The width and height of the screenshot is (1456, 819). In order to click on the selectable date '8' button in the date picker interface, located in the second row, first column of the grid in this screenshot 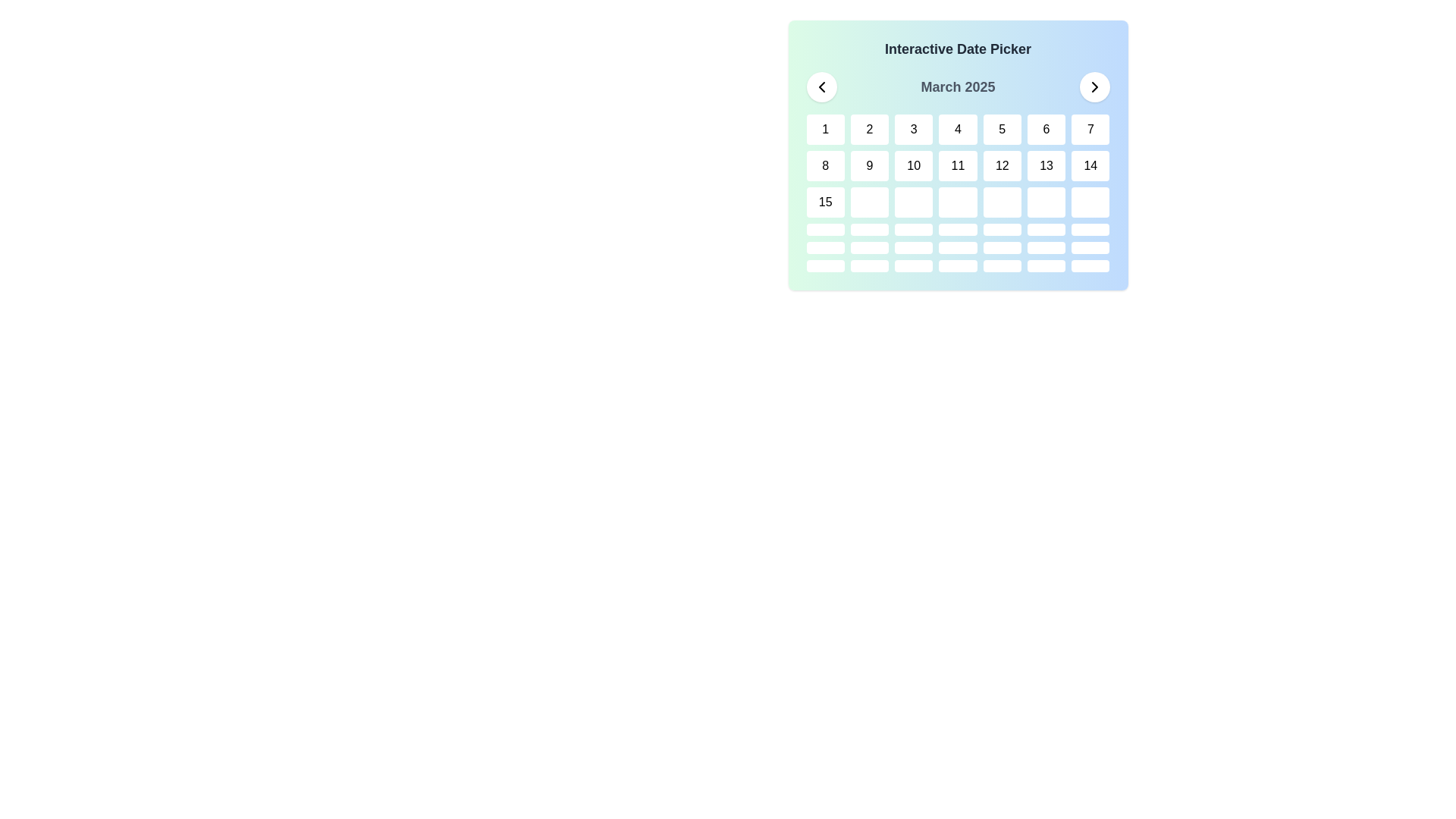, I will do `click(824, 166)`.